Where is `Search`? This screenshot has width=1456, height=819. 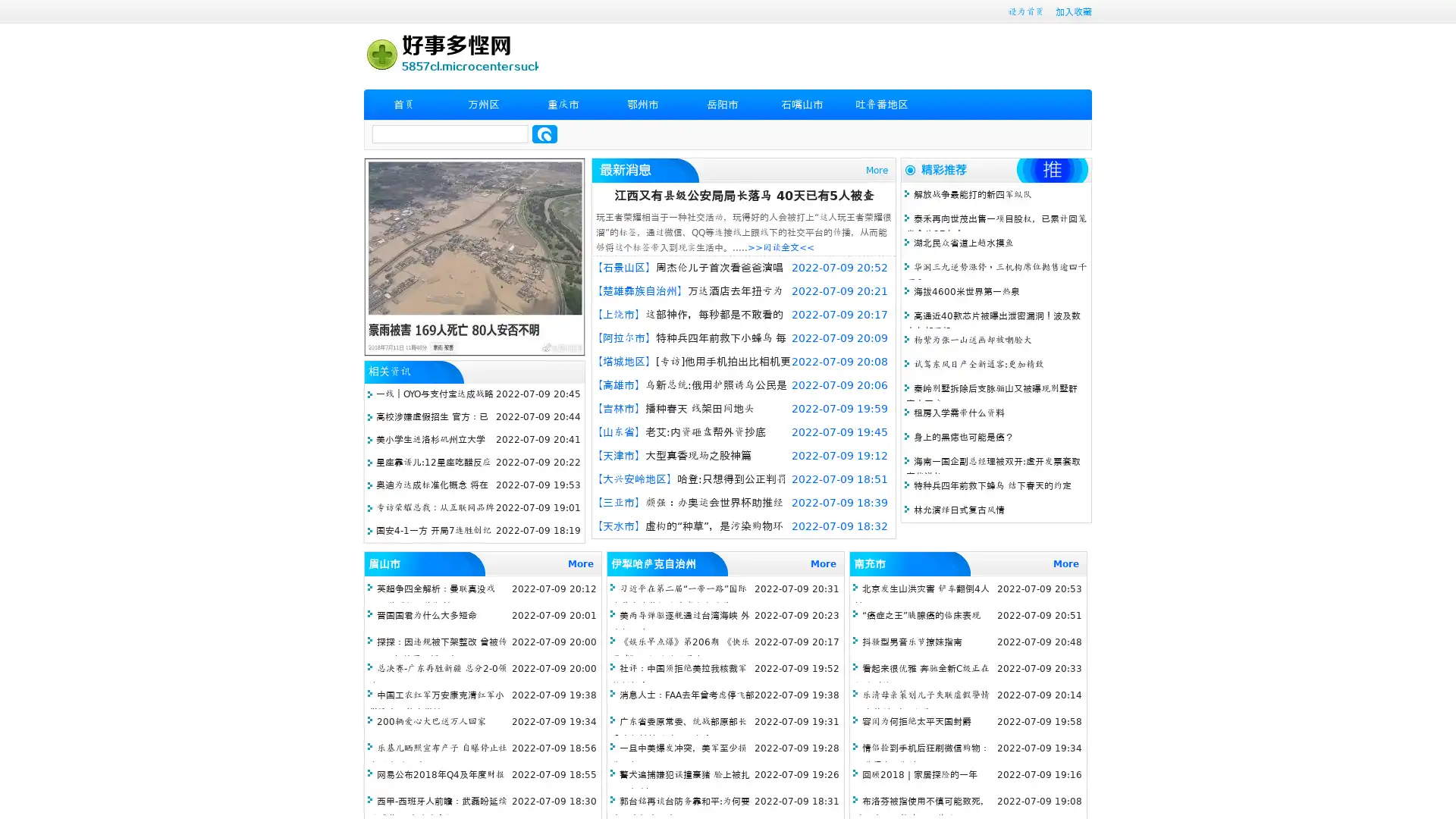 Search is located at coordinates (544, 133).